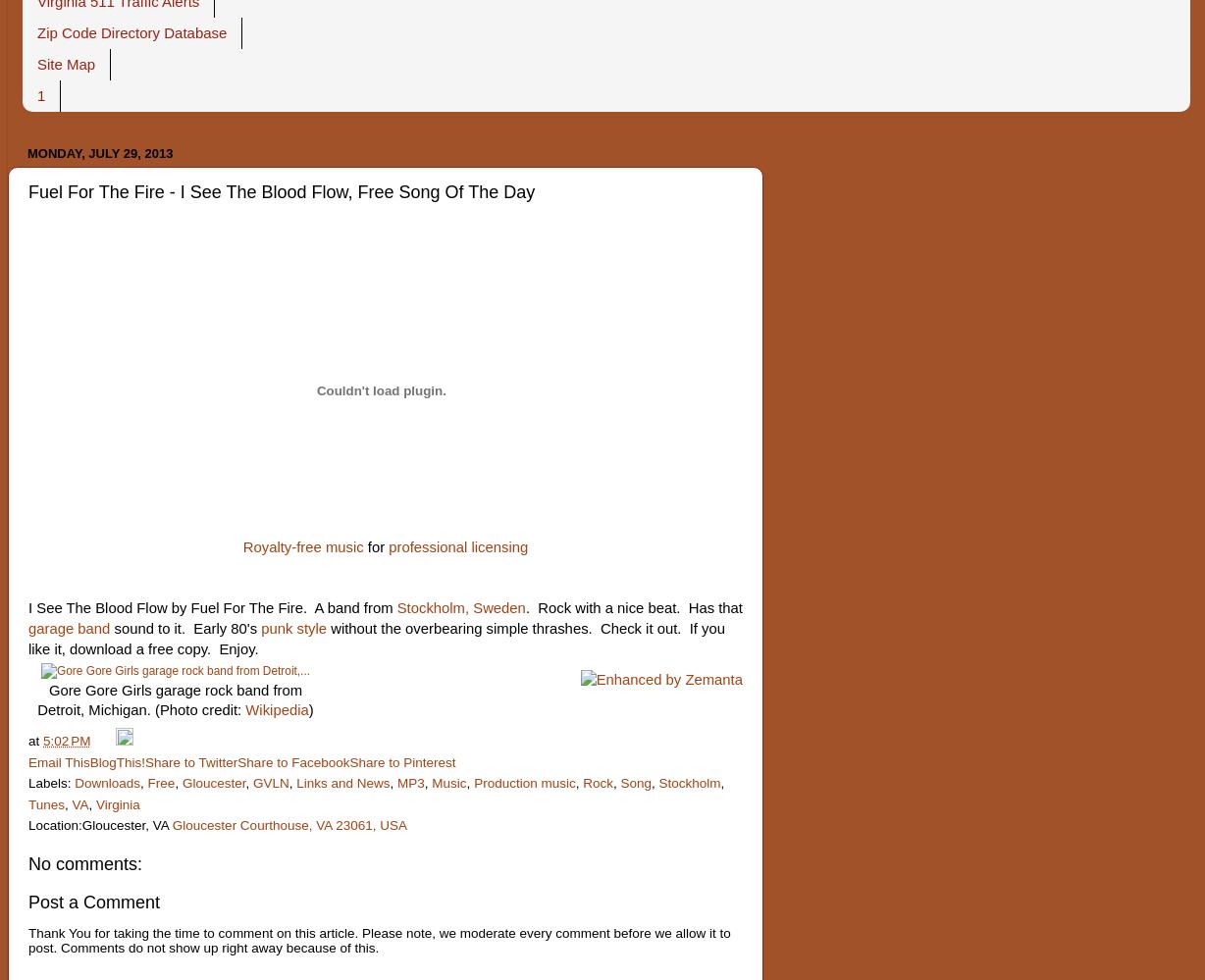  I want to click on 'Zip Code Directory Database', so click(131, 32).